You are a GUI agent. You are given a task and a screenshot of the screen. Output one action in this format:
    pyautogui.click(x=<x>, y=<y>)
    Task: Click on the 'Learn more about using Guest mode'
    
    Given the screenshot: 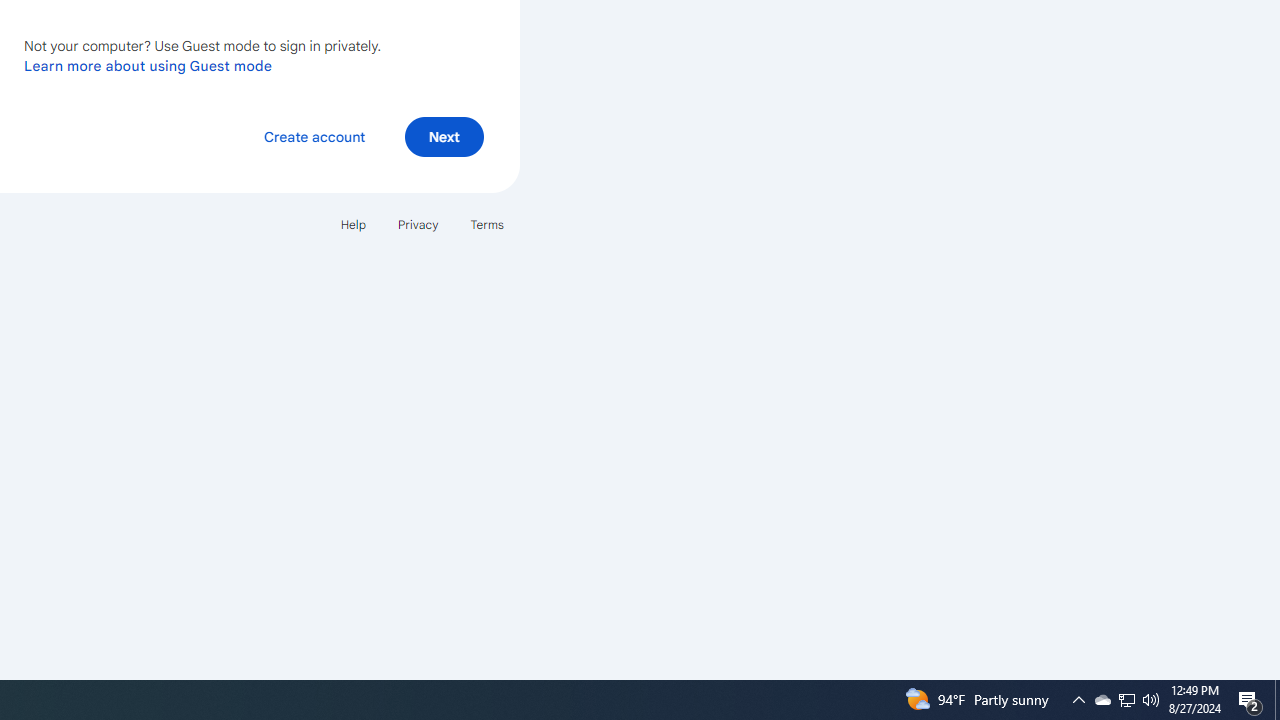 What is the action you would take?
    pyautogui.click(x=147, y=64)
    